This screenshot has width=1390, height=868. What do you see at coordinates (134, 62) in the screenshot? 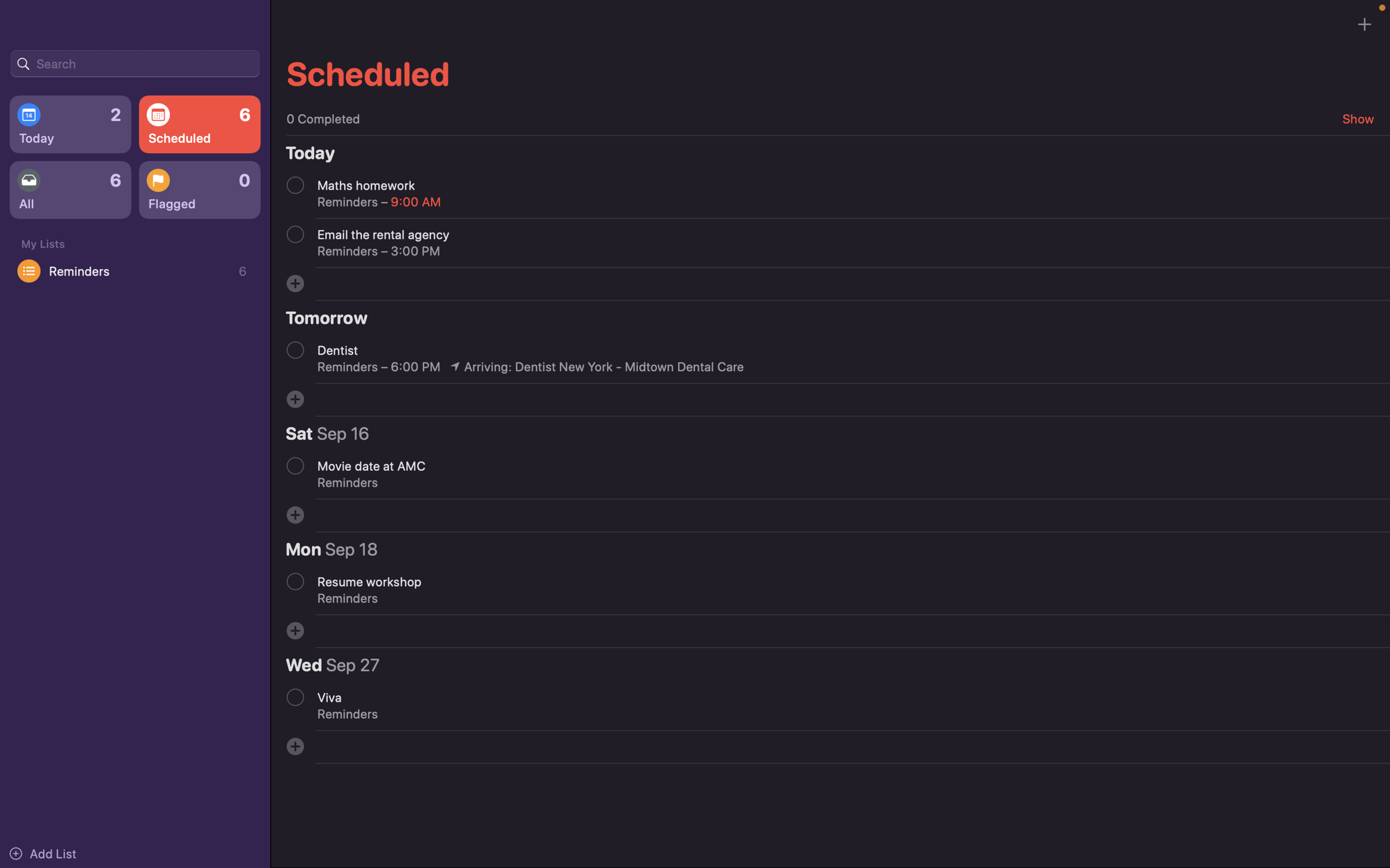
I see `a specific event by typing it into the search bar` at bounding box center [134, 62].